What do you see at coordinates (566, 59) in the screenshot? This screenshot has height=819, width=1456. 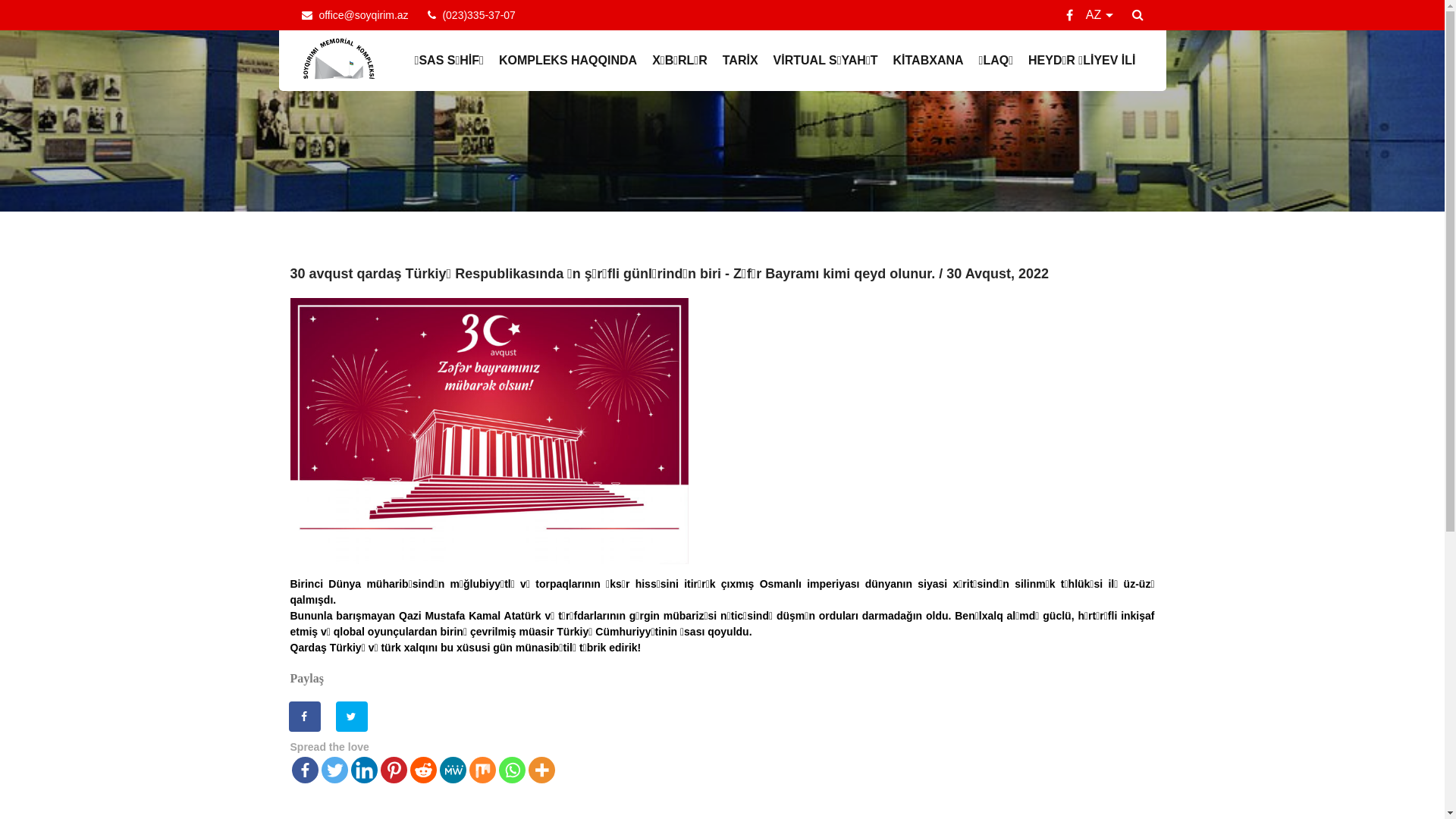 I see `'KOMPLEKS HAQQINDA'` at bounding box center [566, 59].